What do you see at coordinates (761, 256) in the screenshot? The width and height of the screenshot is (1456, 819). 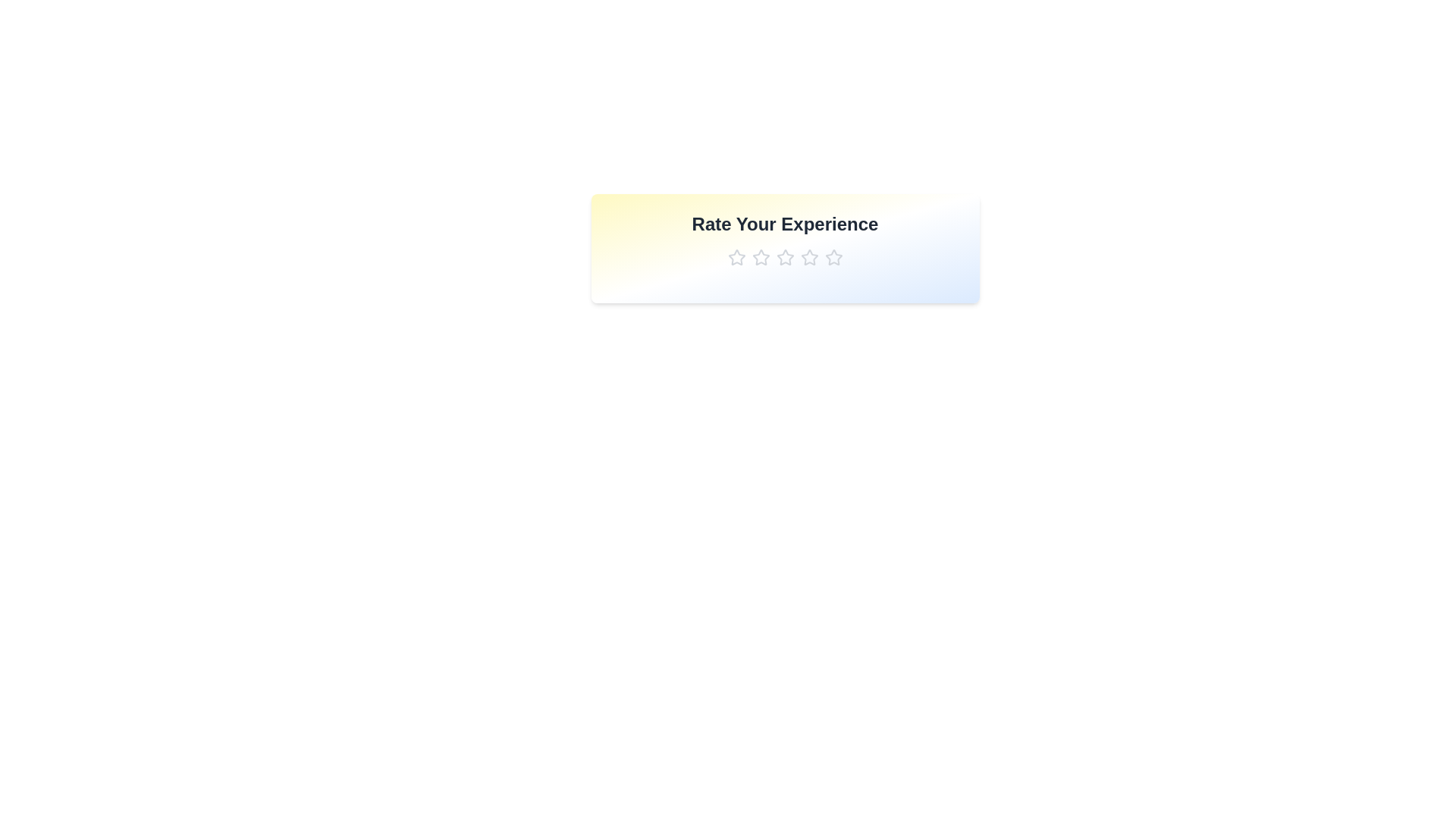 I see `the star corresponding to 2 to observe the hover effect` at bounding box center [761, 256].